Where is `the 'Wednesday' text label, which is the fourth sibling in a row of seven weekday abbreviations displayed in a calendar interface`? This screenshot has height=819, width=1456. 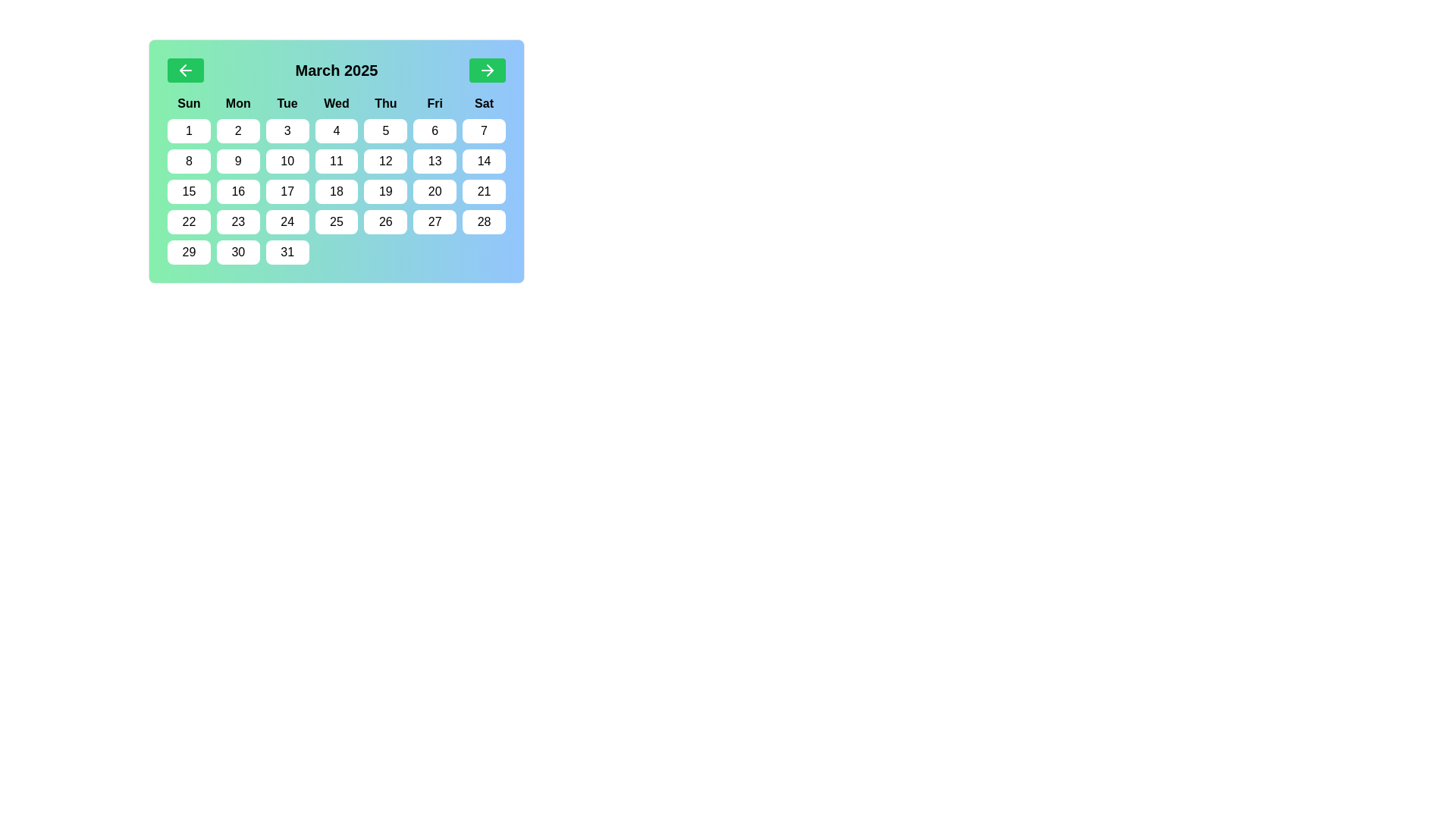
the 'Wednesday' text label, which is the fourth sibling in a row of seven weekday abbreviations displayed in a calendar interface is located at coordinates (335, 103).